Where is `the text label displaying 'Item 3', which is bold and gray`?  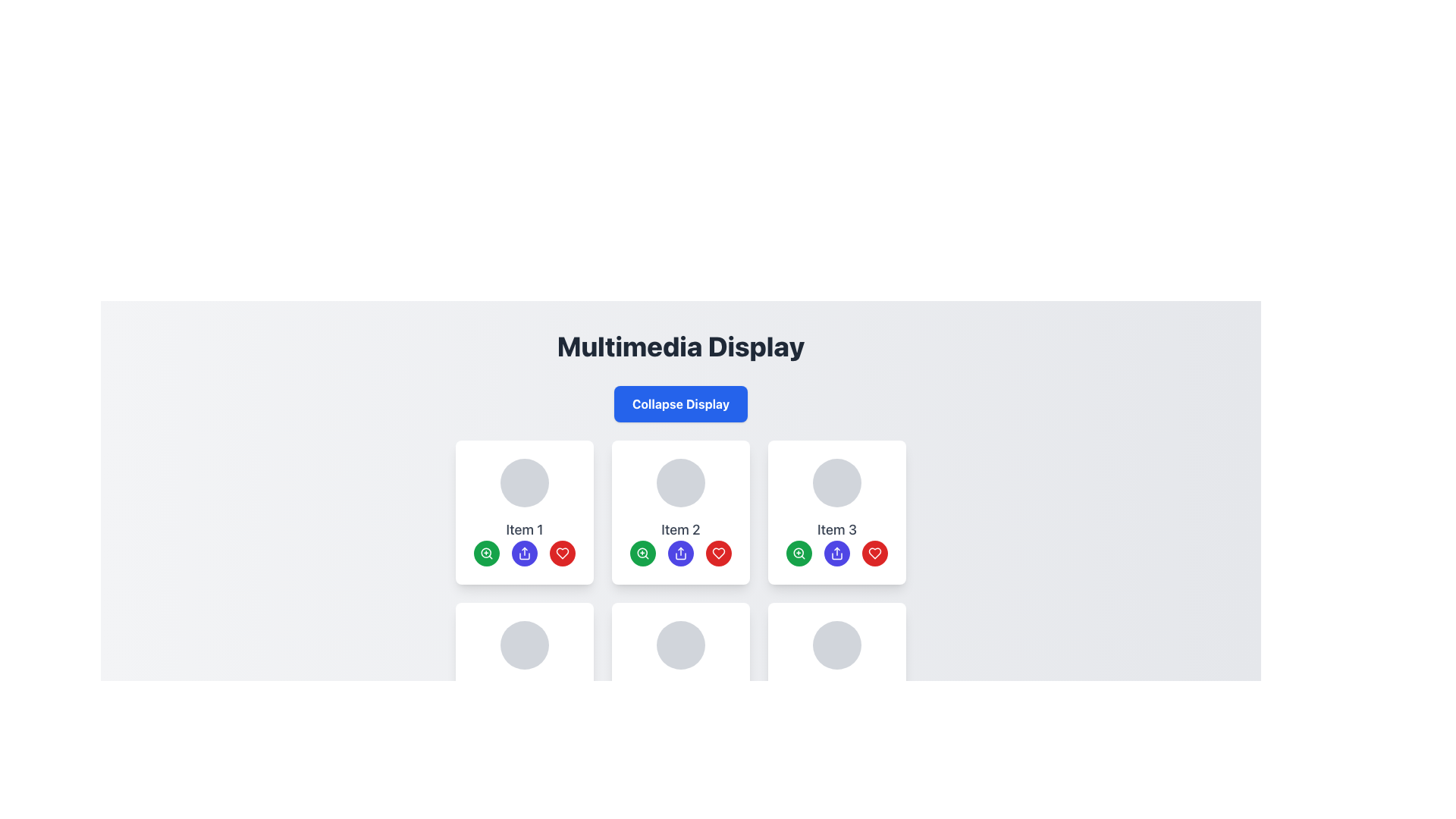
the text label displaying 'Item 3', which is bold and gray is located at coordinates (836, 529).